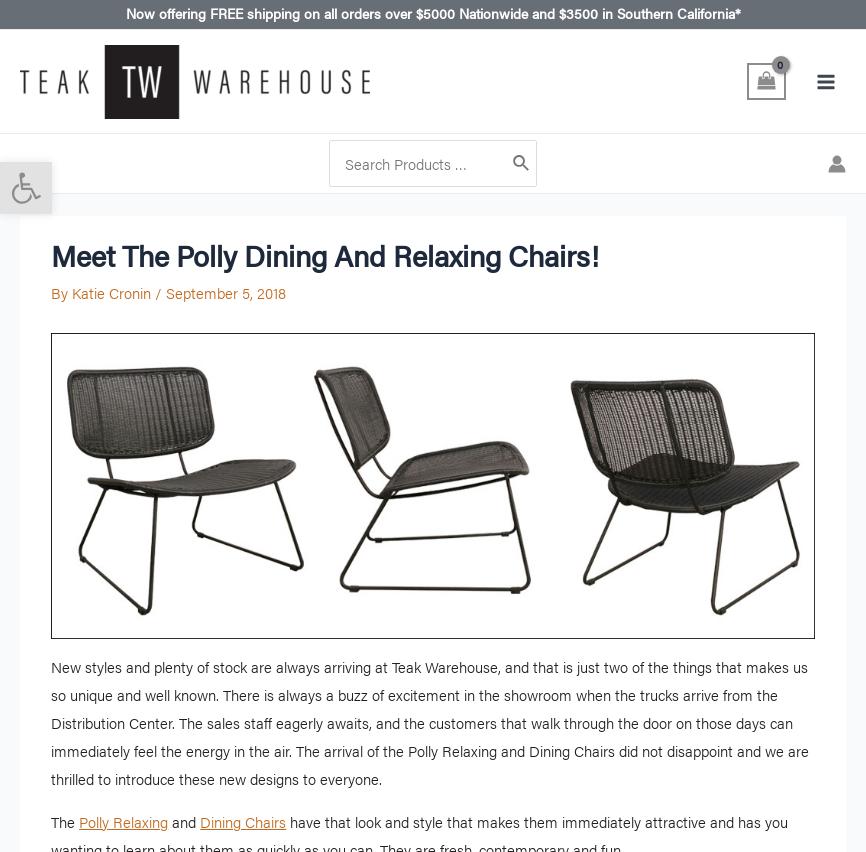 The width and height of the screenshot is (866, 852). Describe the element at coordinates (65, 820) in the screenshot. I see `'The'` at that location.